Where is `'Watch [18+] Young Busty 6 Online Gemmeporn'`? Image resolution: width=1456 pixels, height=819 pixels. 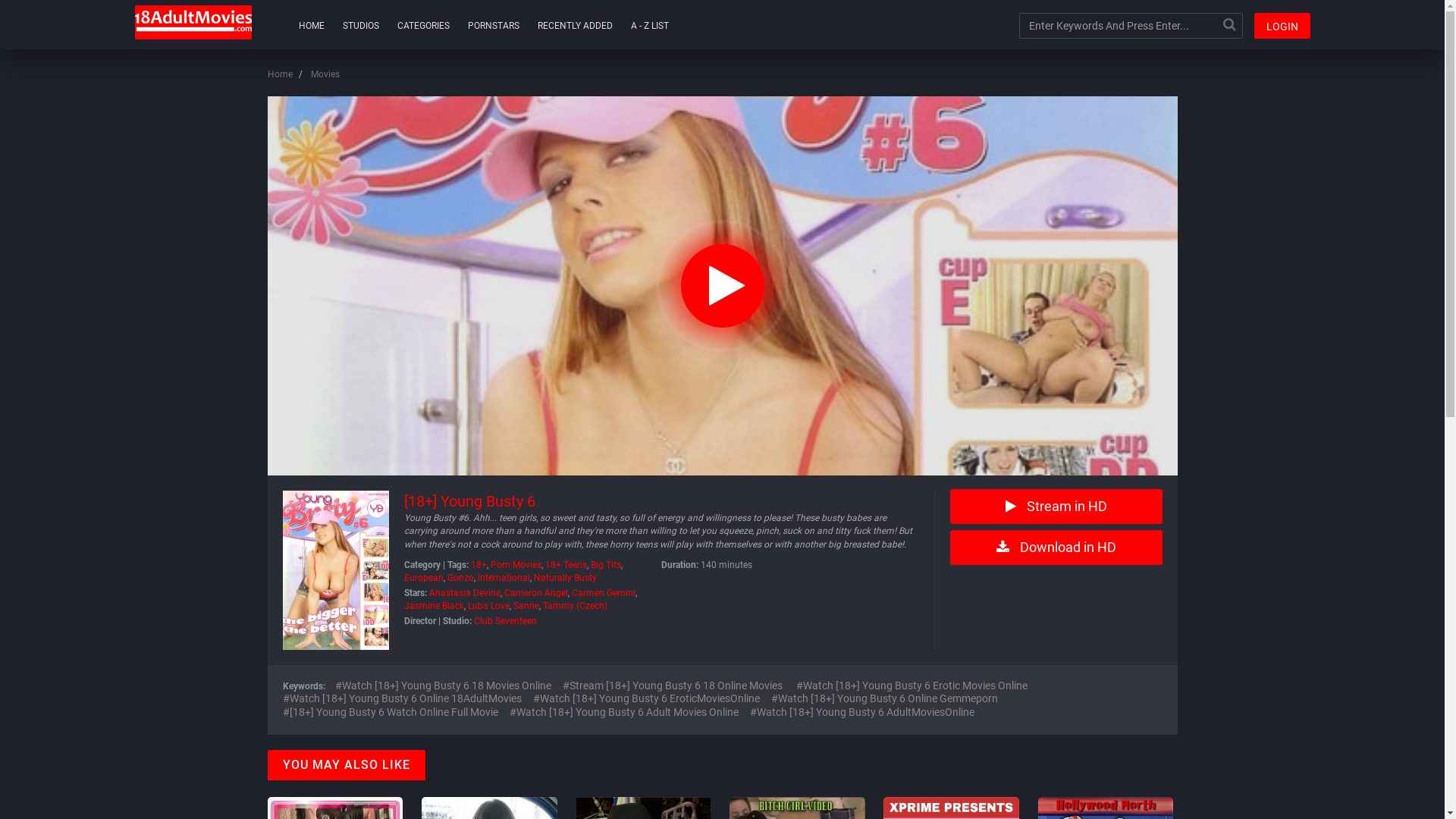
'Watch [18+] Young Busty 6 Online Gemmeporn' is located at coordinates (883, 698).